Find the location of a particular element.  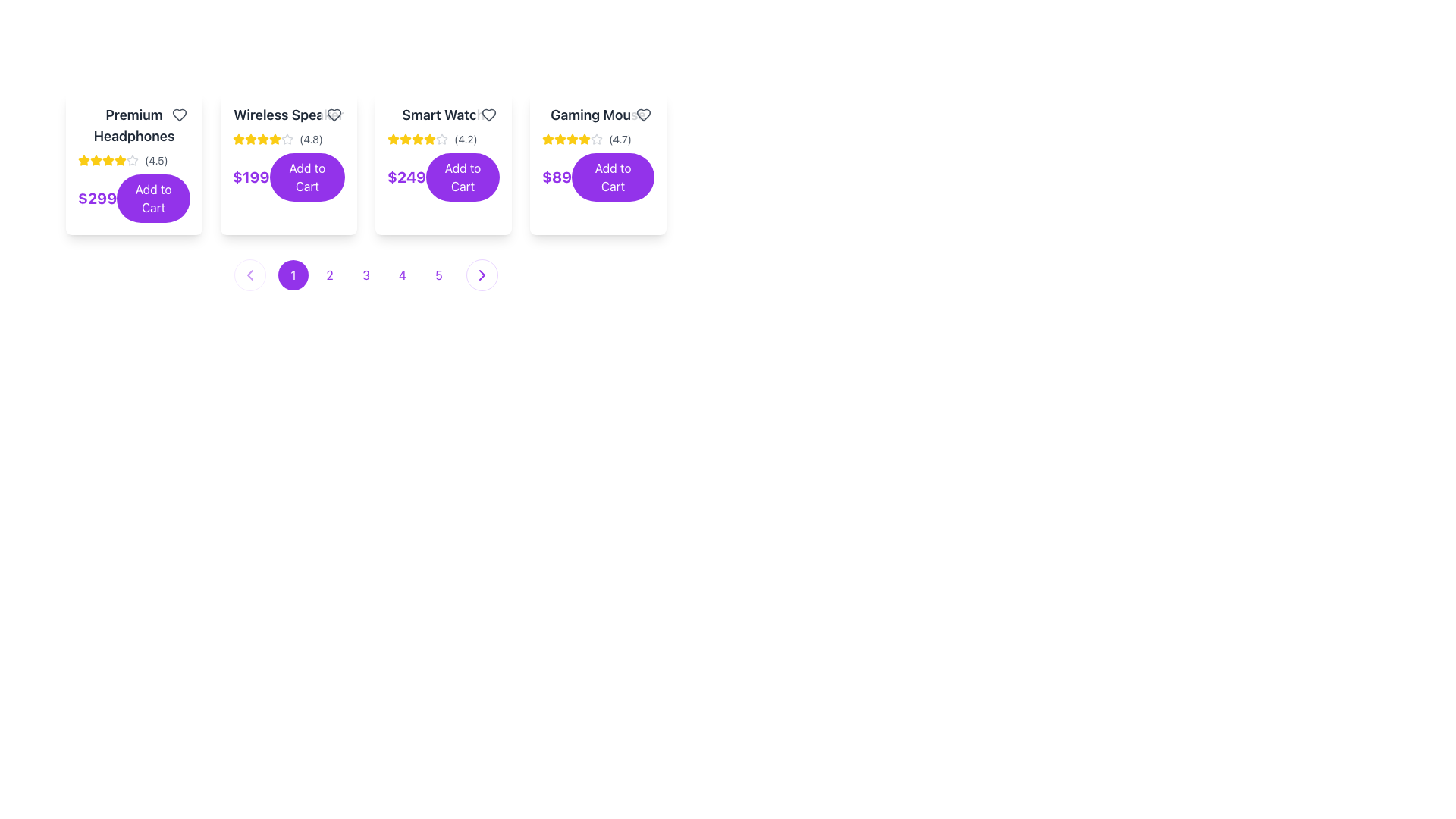

fifth yellow star icon in the rating display of the 'Smart Watch' product card for visual feedback is located at coordinates (428, 140).